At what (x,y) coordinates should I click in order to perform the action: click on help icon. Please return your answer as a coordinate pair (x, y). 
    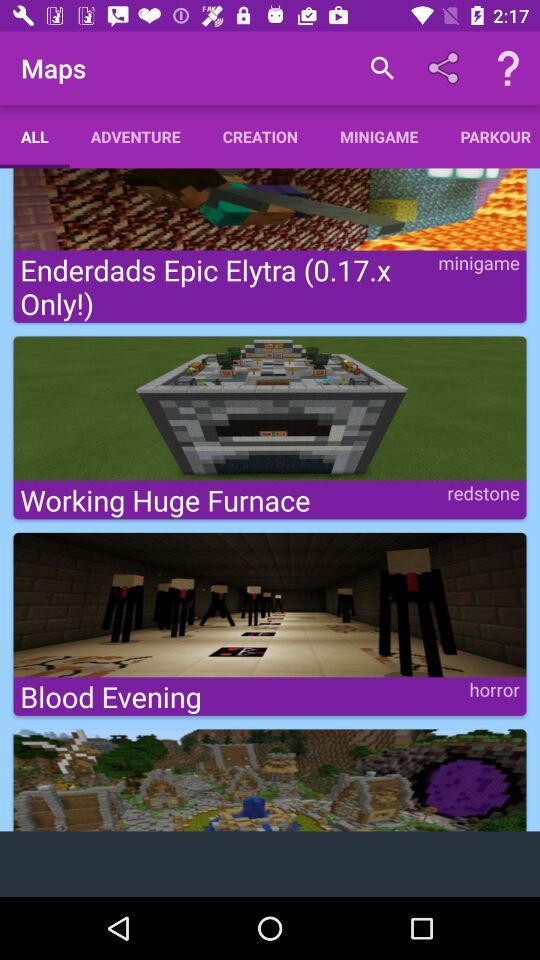
    Looking at the image, I should click on (508, 68).